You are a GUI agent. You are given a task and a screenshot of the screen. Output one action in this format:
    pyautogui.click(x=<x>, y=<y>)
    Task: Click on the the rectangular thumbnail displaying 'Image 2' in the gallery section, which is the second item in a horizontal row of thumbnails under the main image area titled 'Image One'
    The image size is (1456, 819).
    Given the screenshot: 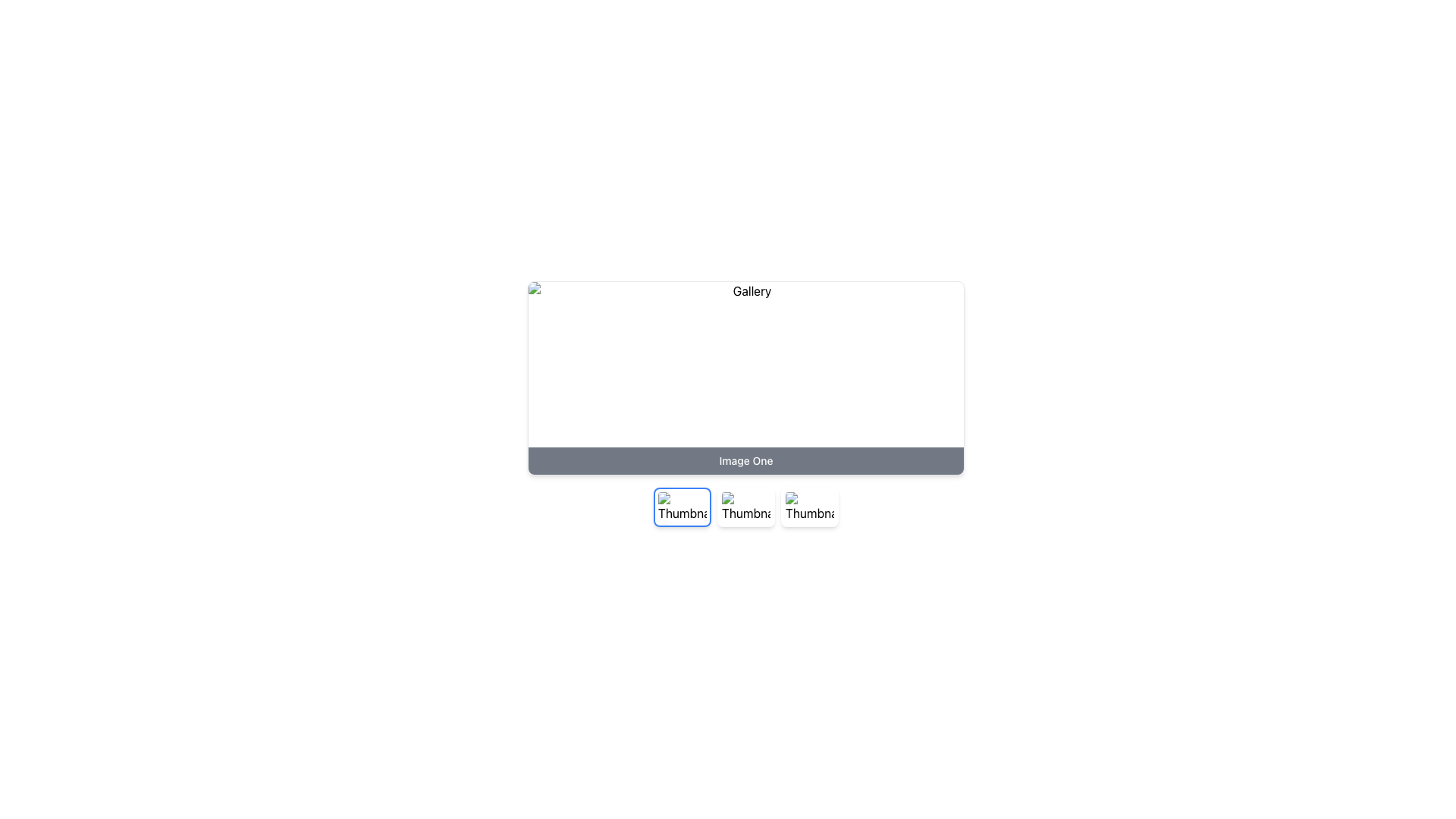 What is the action you would take?
    pyautogui.click(x=745, y=507)
    